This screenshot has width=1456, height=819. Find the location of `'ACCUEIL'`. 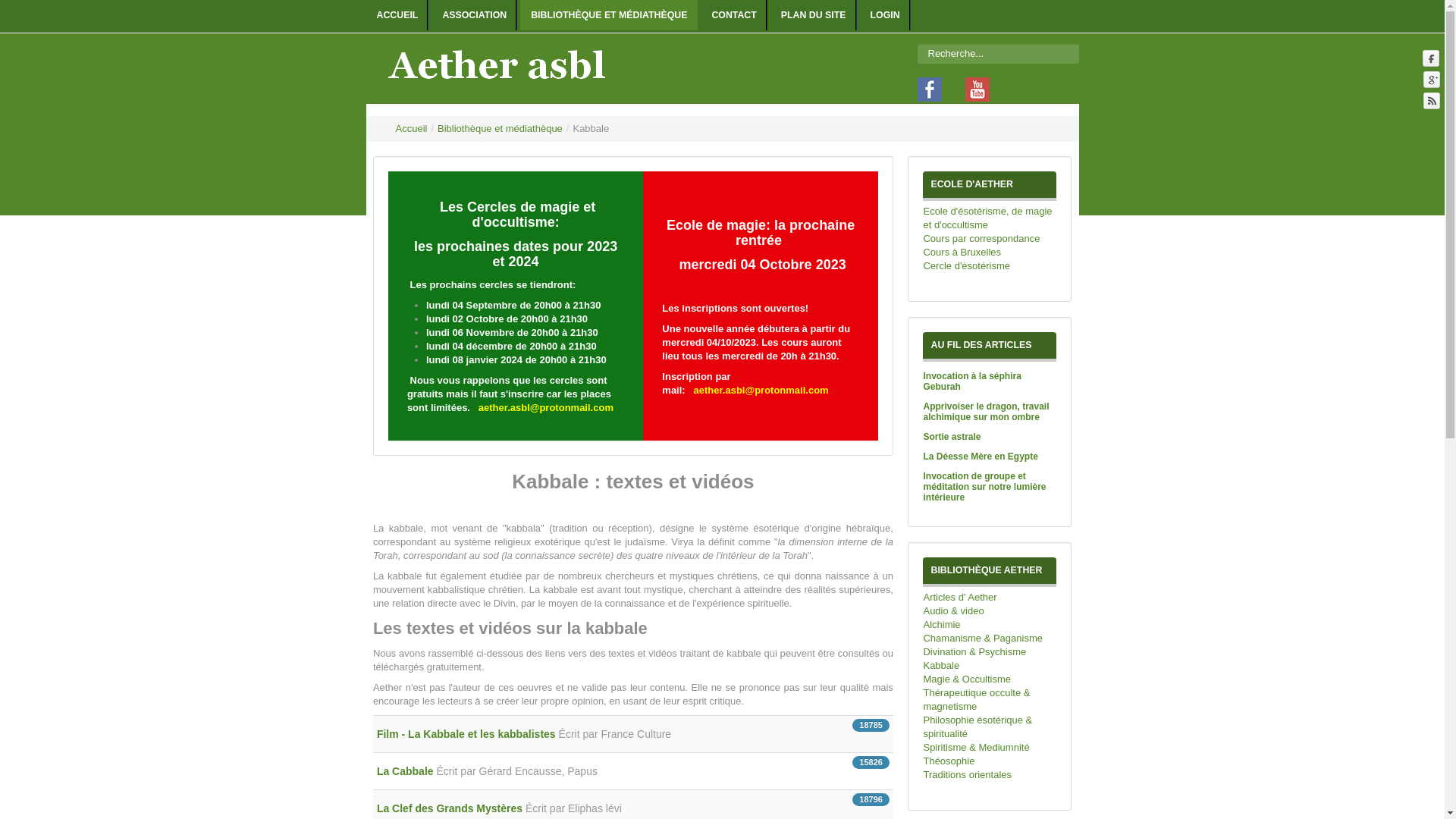

'ACCUEIL' is located at coordinates (397, 14).